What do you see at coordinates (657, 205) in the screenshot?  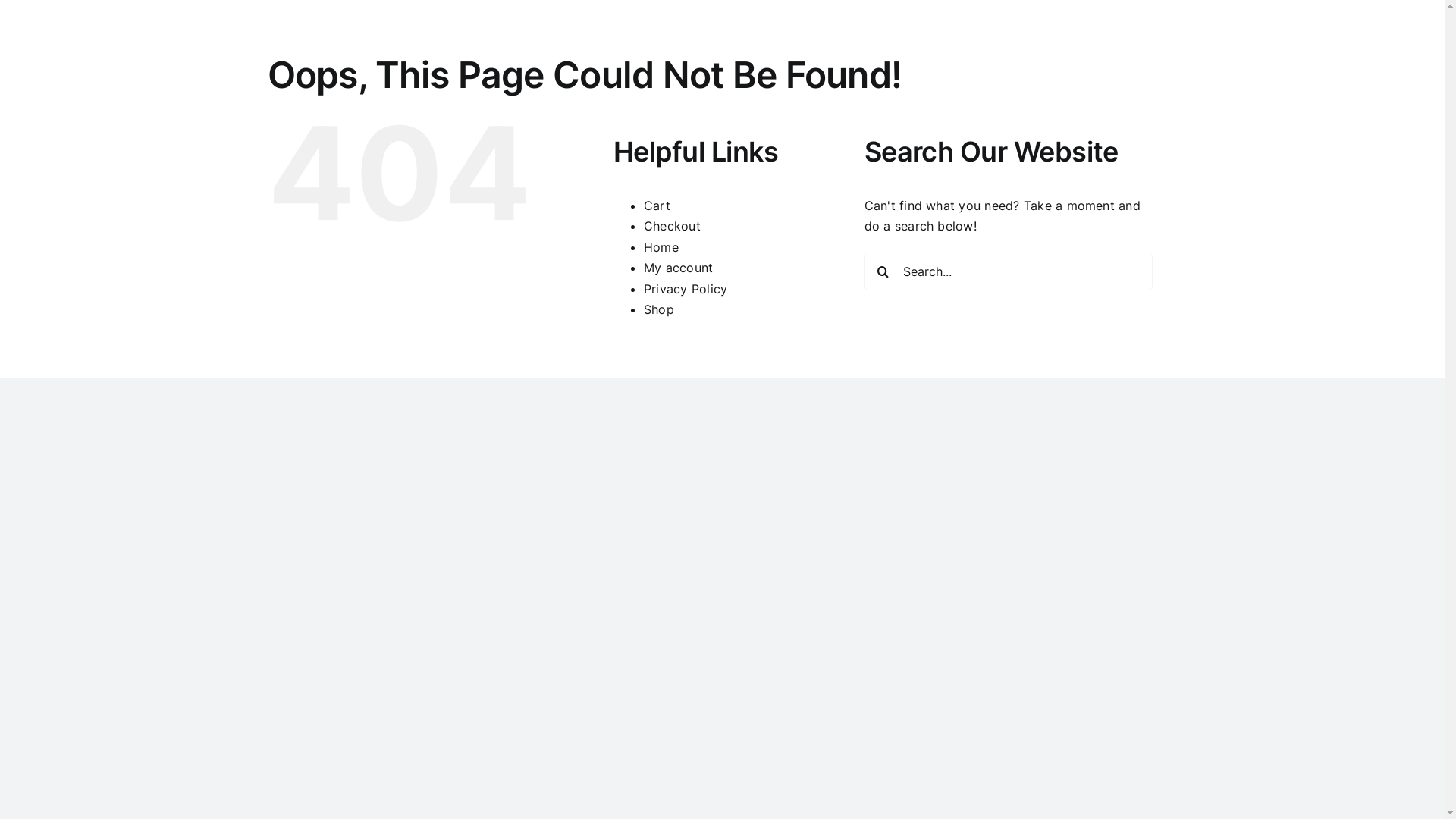 I see `'Cart'` at bounding box center [657, 205].